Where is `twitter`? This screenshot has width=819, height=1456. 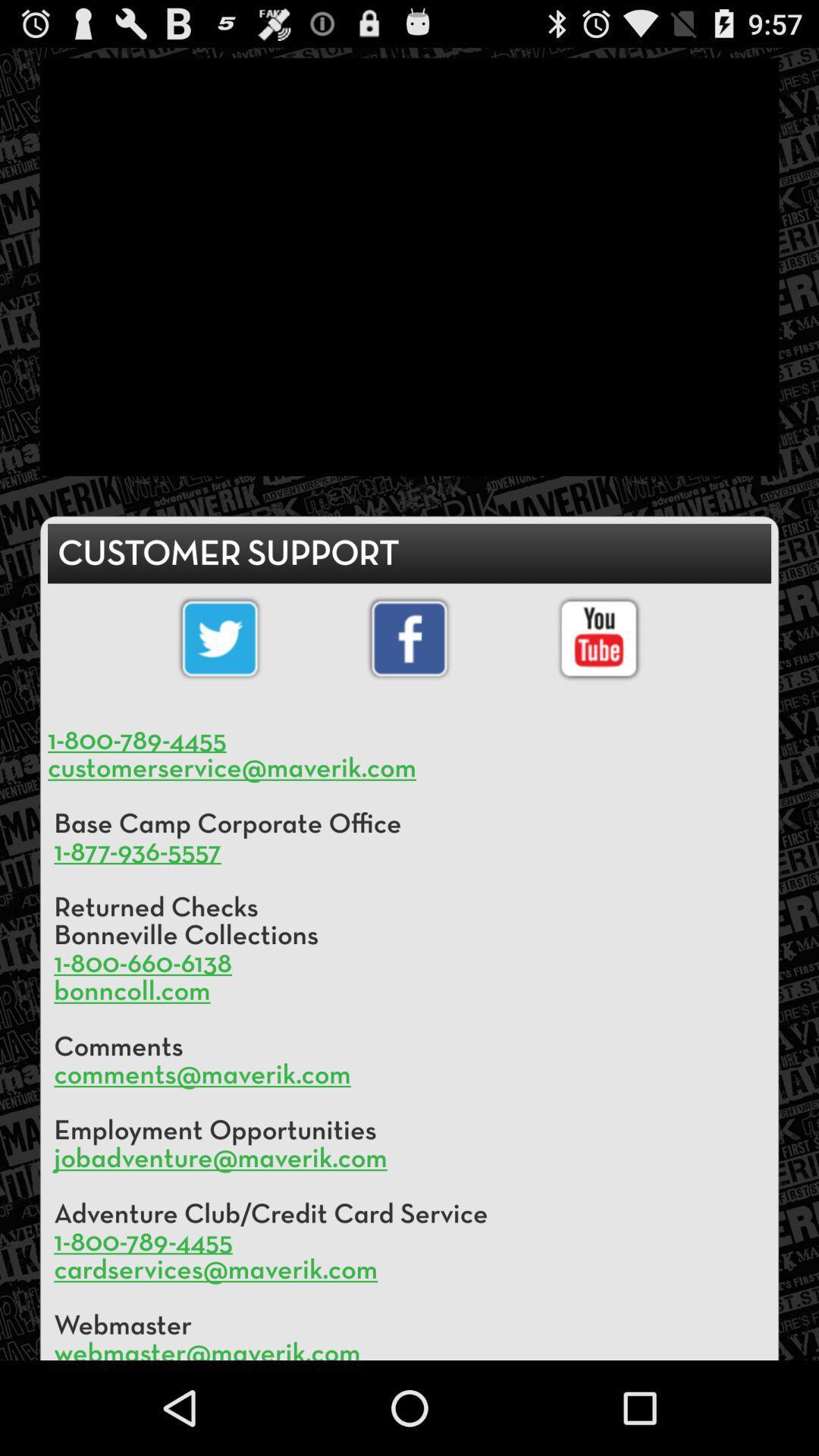
twitter is located at coordinates (220, 639).